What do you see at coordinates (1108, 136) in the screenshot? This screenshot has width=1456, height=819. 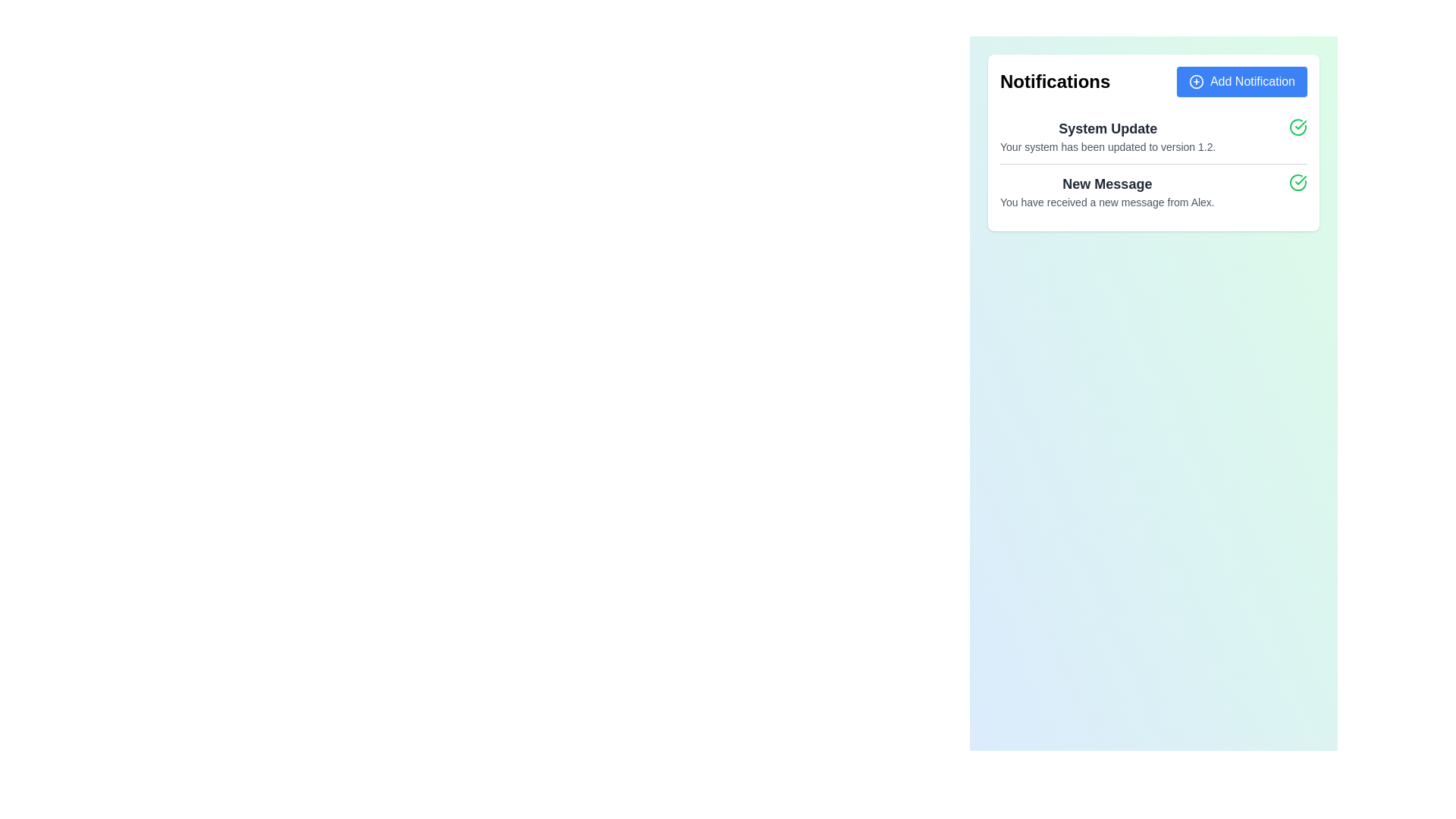 I see `the first notification text block that provides information about a system update, located below the 'Notifications' header and above the 'New Message' notification` at bounding box center [1108, 136].